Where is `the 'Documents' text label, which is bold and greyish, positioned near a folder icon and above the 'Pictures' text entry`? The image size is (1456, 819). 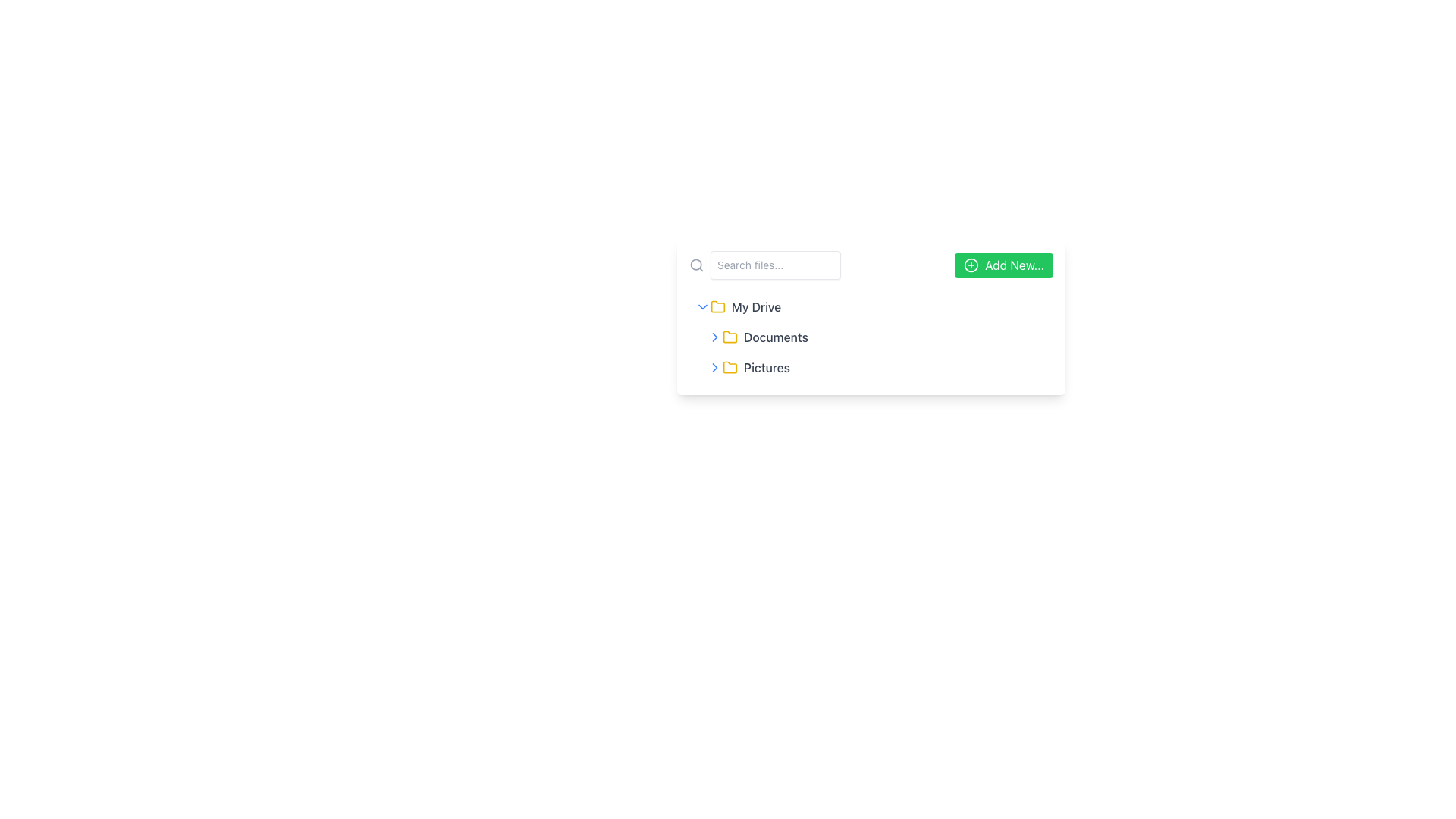 the 'Documents' text label, which is bold and greyish, positioned near a folder icon and above the 'Pictures' text entry is located at coordinates (776, 336).